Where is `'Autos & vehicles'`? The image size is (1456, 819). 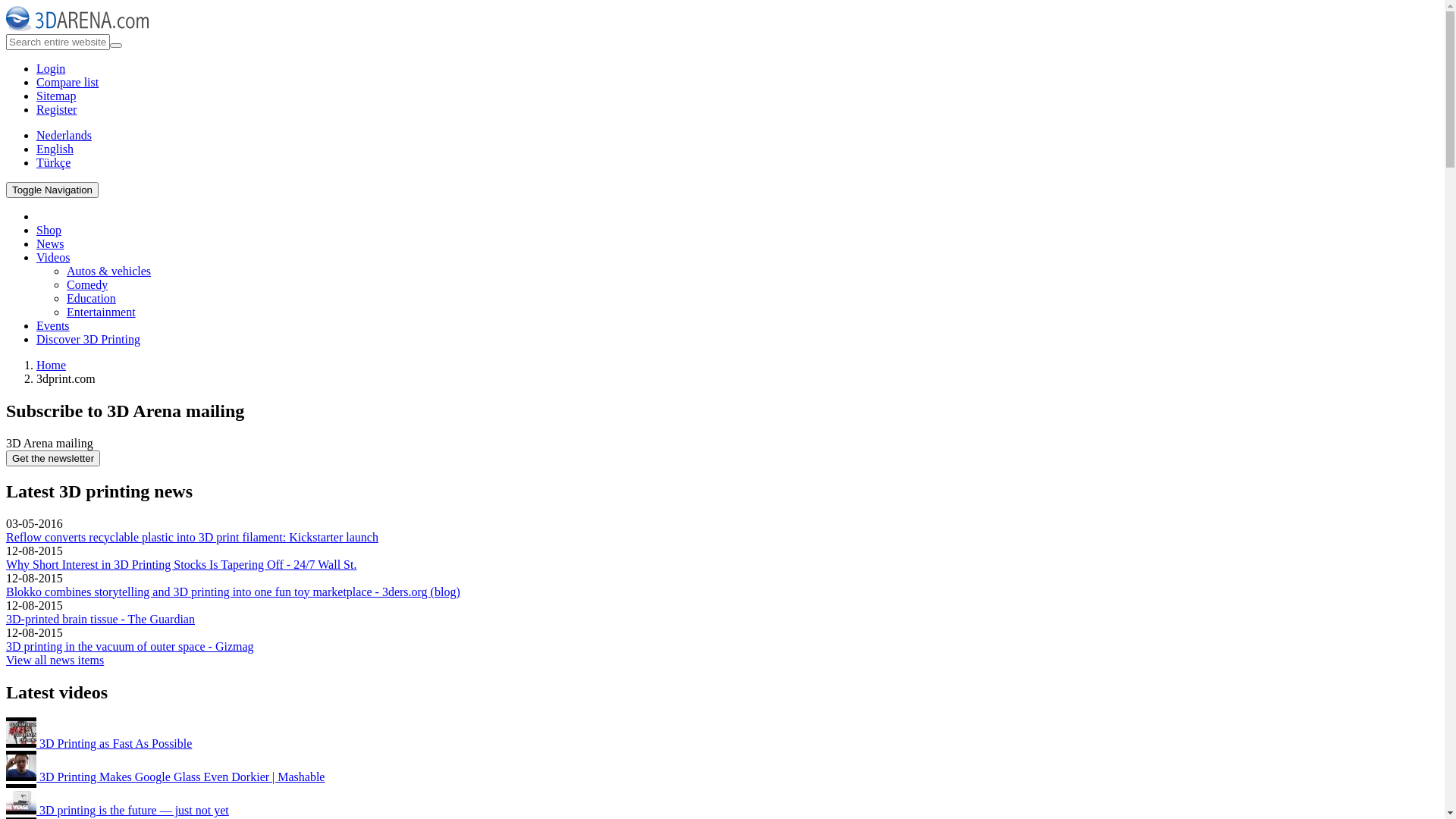 'Autos & vehicles' is located at coordinates (108, 270).